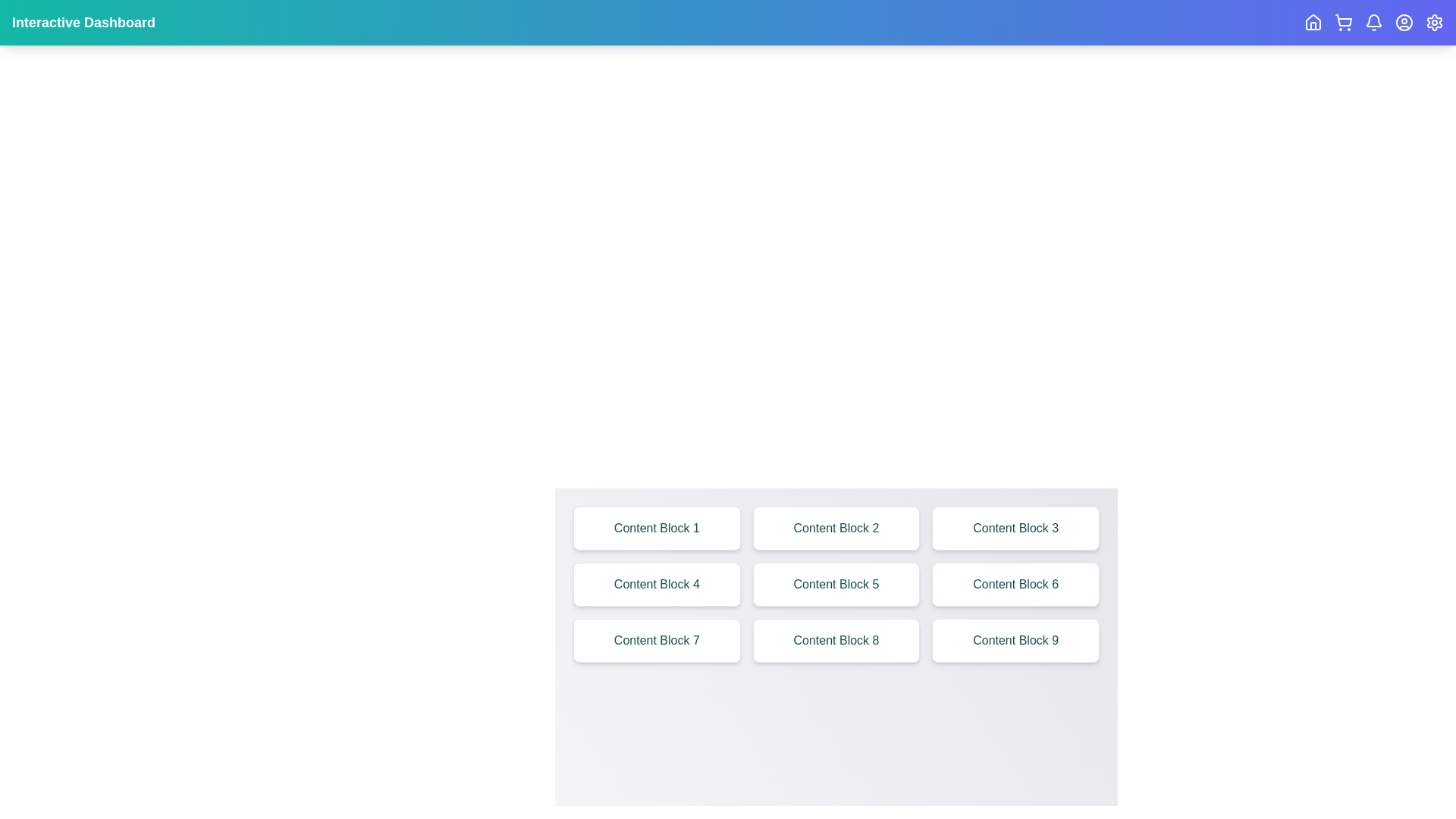  Describe the element at coordinates (1373, 23) in the screenshot. I see `the interactive icon corresponding to Bell` at that location.